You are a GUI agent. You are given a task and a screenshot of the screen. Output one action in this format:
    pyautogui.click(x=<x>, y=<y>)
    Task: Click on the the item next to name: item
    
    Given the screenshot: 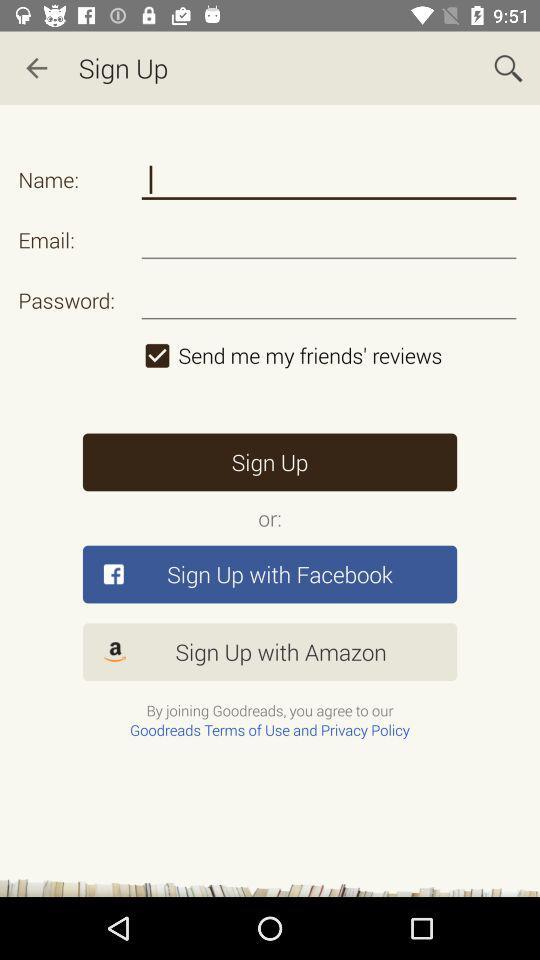 What is the action you would take?
    pyautogui.click(x=329, y=179)
    